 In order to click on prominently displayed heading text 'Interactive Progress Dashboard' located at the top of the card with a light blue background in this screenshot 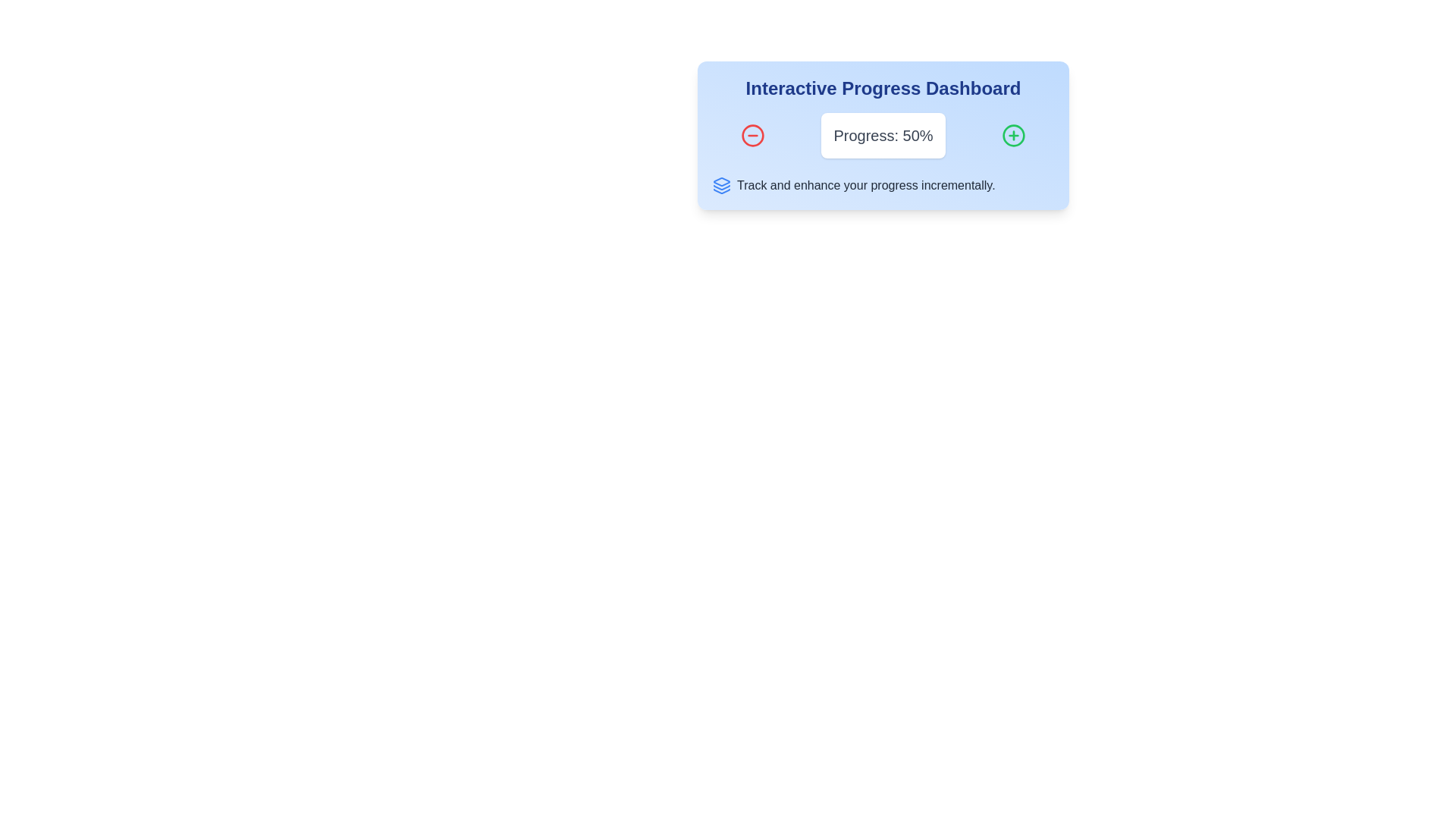, I will do `click(883, 88)`.